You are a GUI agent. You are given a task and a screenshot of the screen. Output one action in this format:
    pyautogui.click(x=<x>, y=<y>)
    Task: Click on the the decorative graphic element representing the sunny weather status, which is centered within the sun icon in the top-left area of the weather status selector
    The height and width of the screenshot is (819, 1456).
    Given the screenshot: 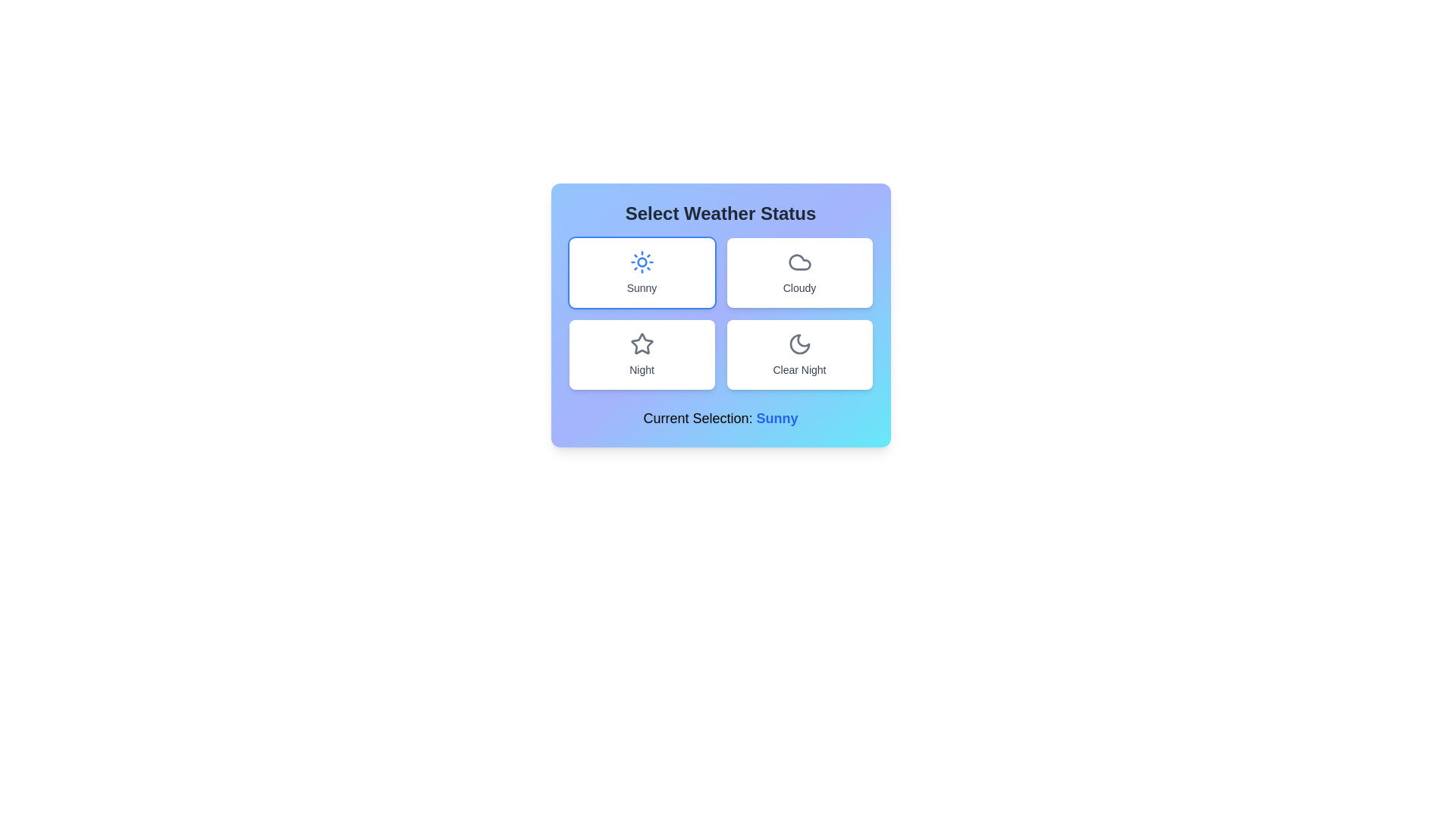 What is the action you would take?
    pyautogui.click(x=642, y=262)
    